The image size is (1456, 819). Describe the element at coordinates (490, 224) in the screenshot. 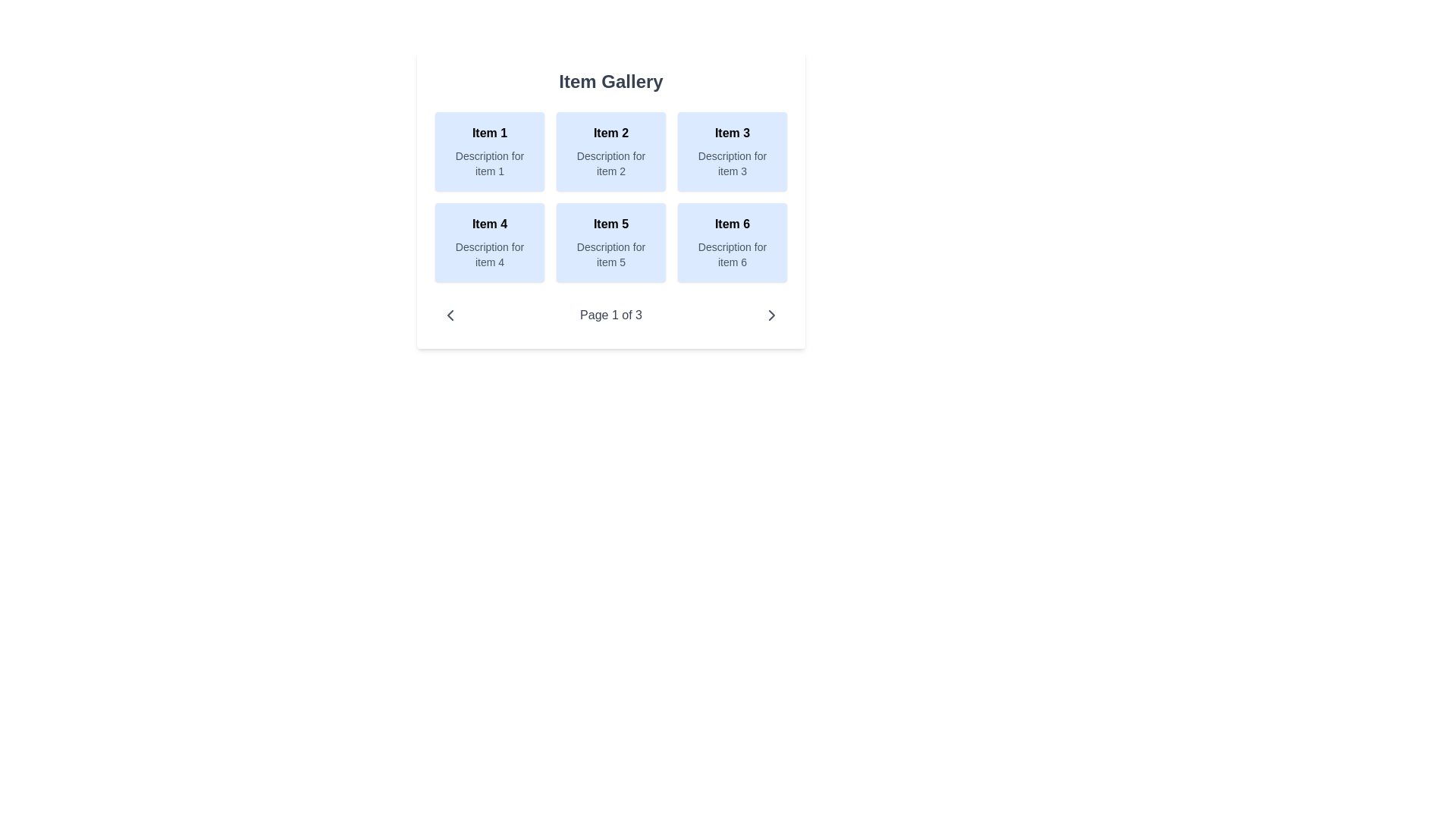

I see `the bold text label displaying 'Item 4' located in the first column of the second row in the 'Item Gallery' section` at that location.